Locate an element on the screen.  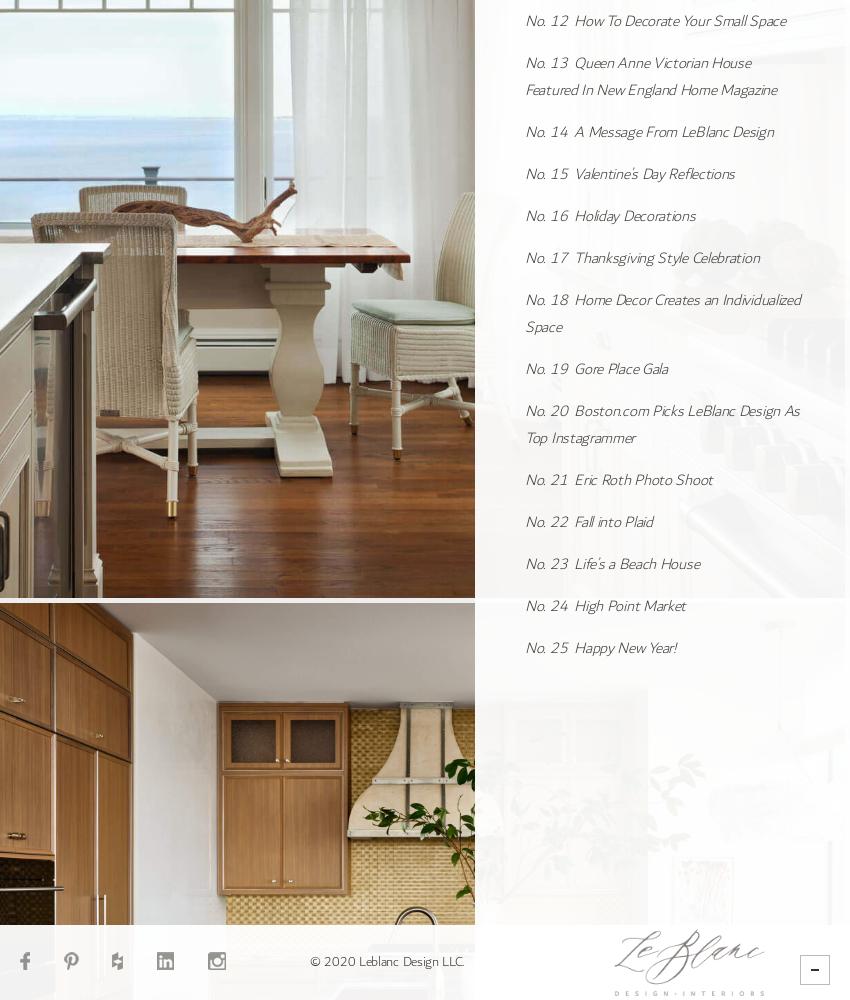
'Fall into Plaid' is located at coordinates (612, 521).